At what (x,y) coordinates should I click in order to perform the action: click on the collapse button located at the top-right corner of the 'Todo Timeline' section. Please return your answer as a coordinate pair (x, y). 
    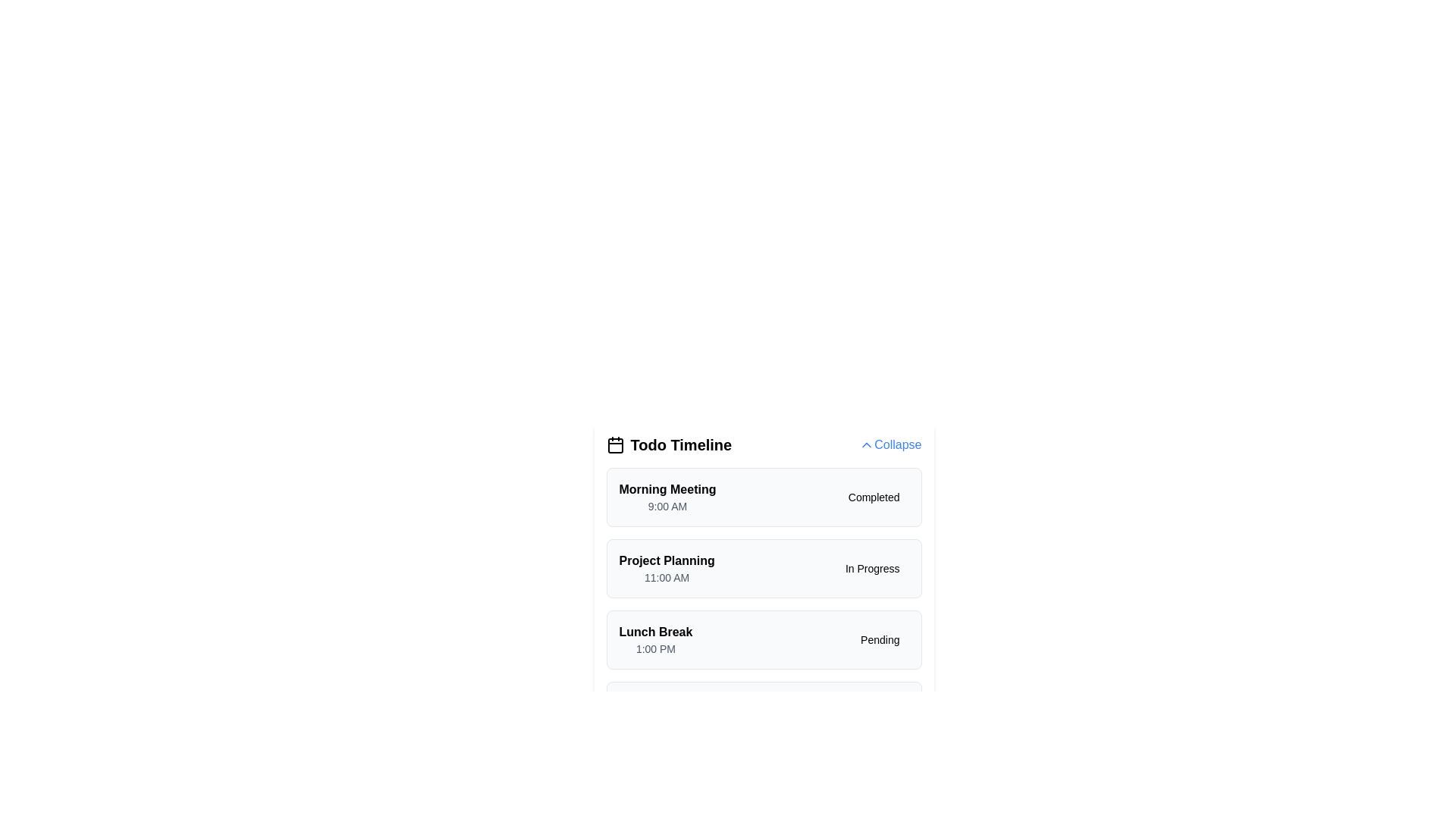
    Looking at the image, I should click on (890, 444).